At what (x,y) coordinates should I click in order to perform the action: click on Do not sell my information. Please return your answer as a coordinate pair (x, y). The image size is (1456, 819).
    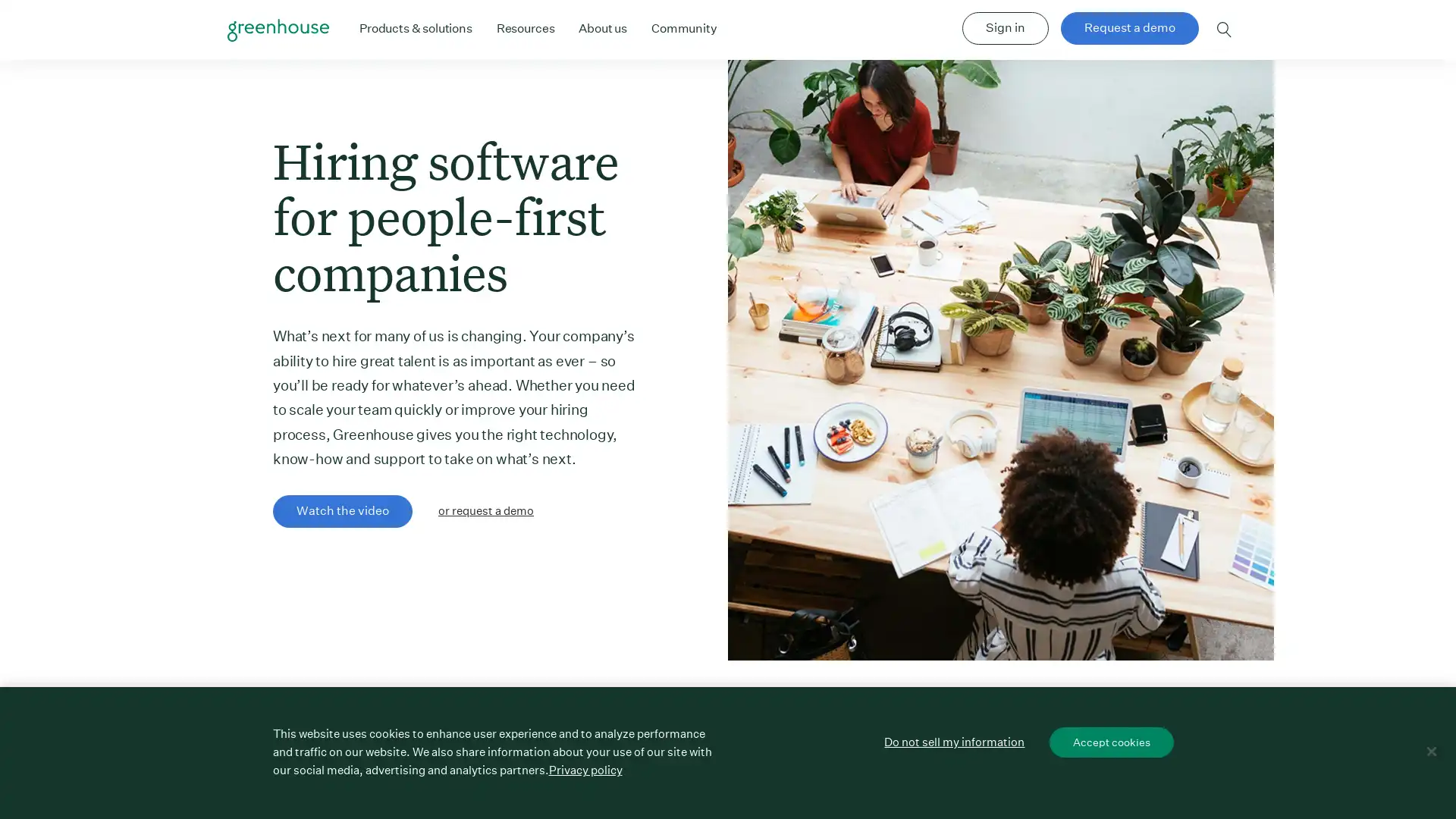
    Looking at the image, I should click on (953, 741).